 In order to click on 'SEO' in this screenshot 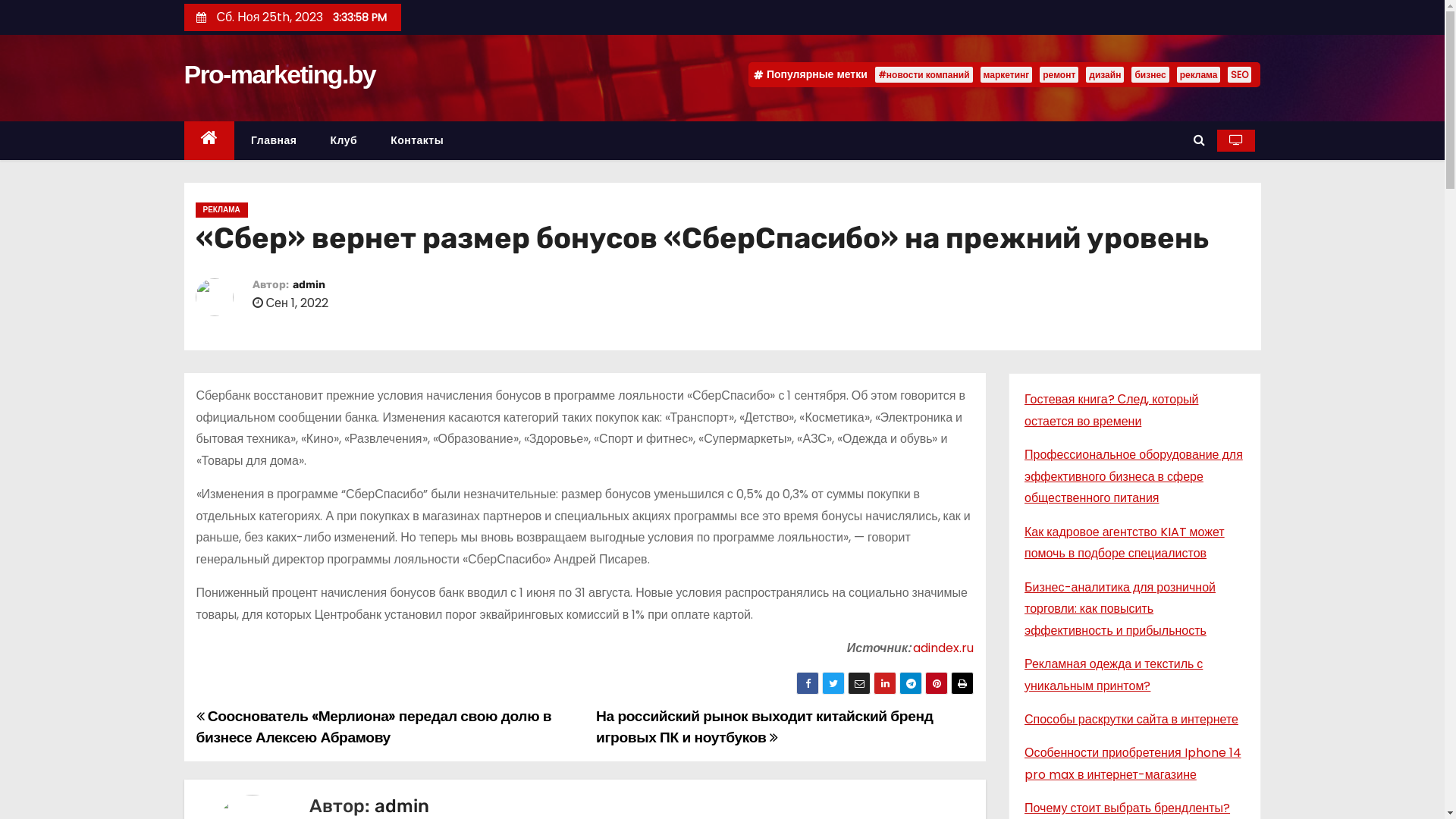, I will do `click(1239, 74)`.